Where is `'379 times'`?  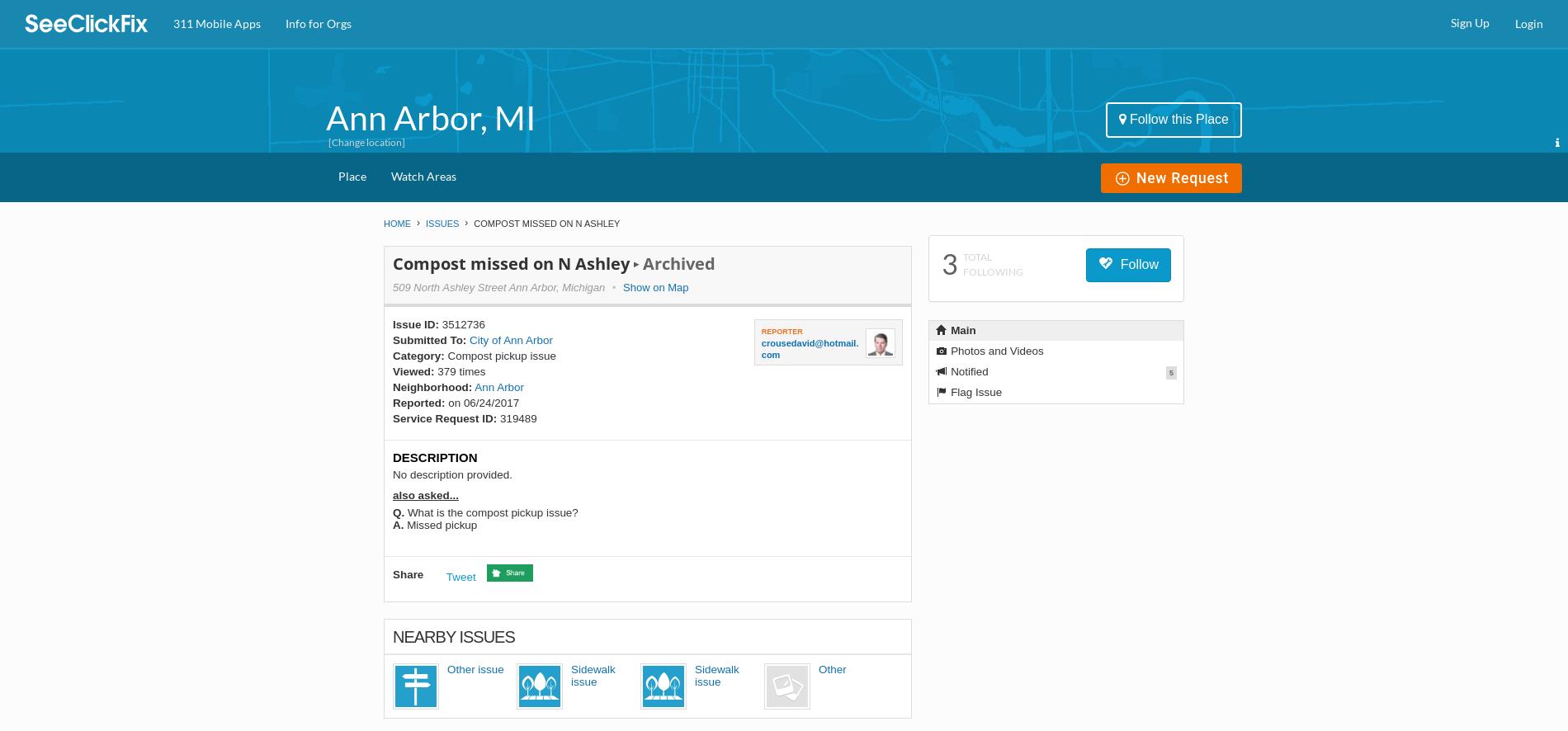
'379 times' is located at coordinates (460, 371).